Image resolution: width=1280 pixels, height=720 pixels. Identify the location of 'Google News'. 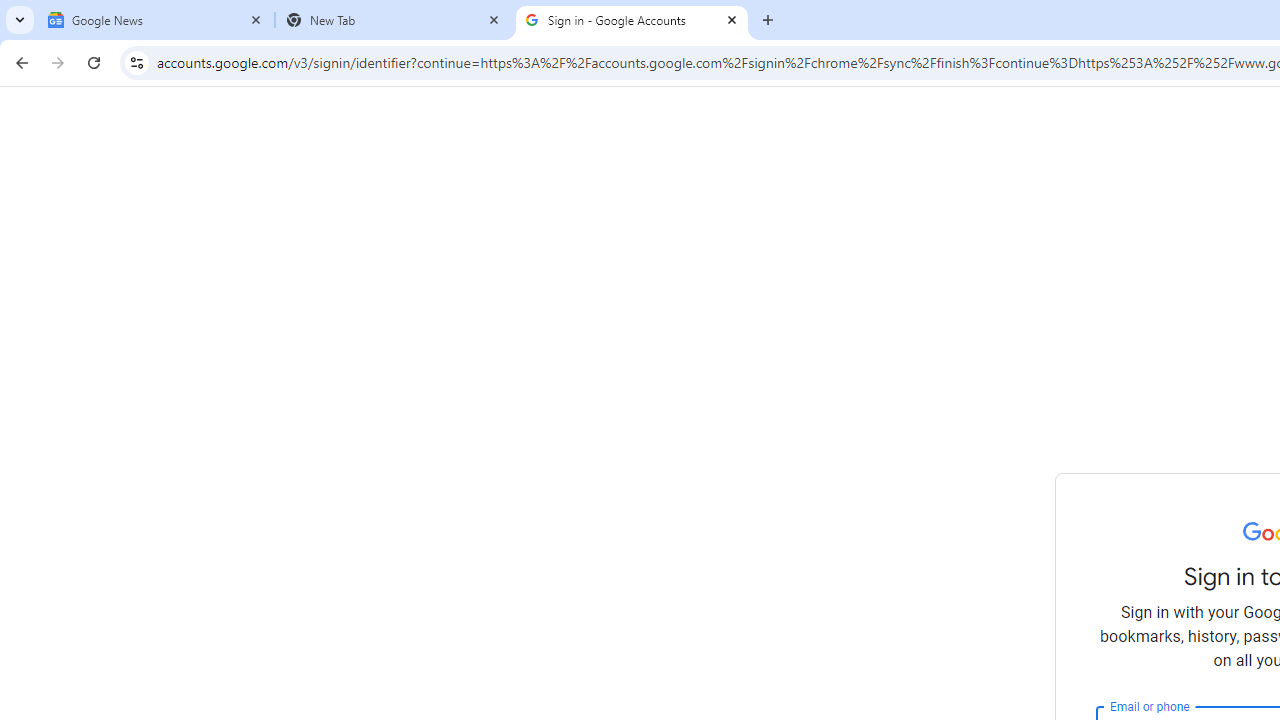
(155, 20).